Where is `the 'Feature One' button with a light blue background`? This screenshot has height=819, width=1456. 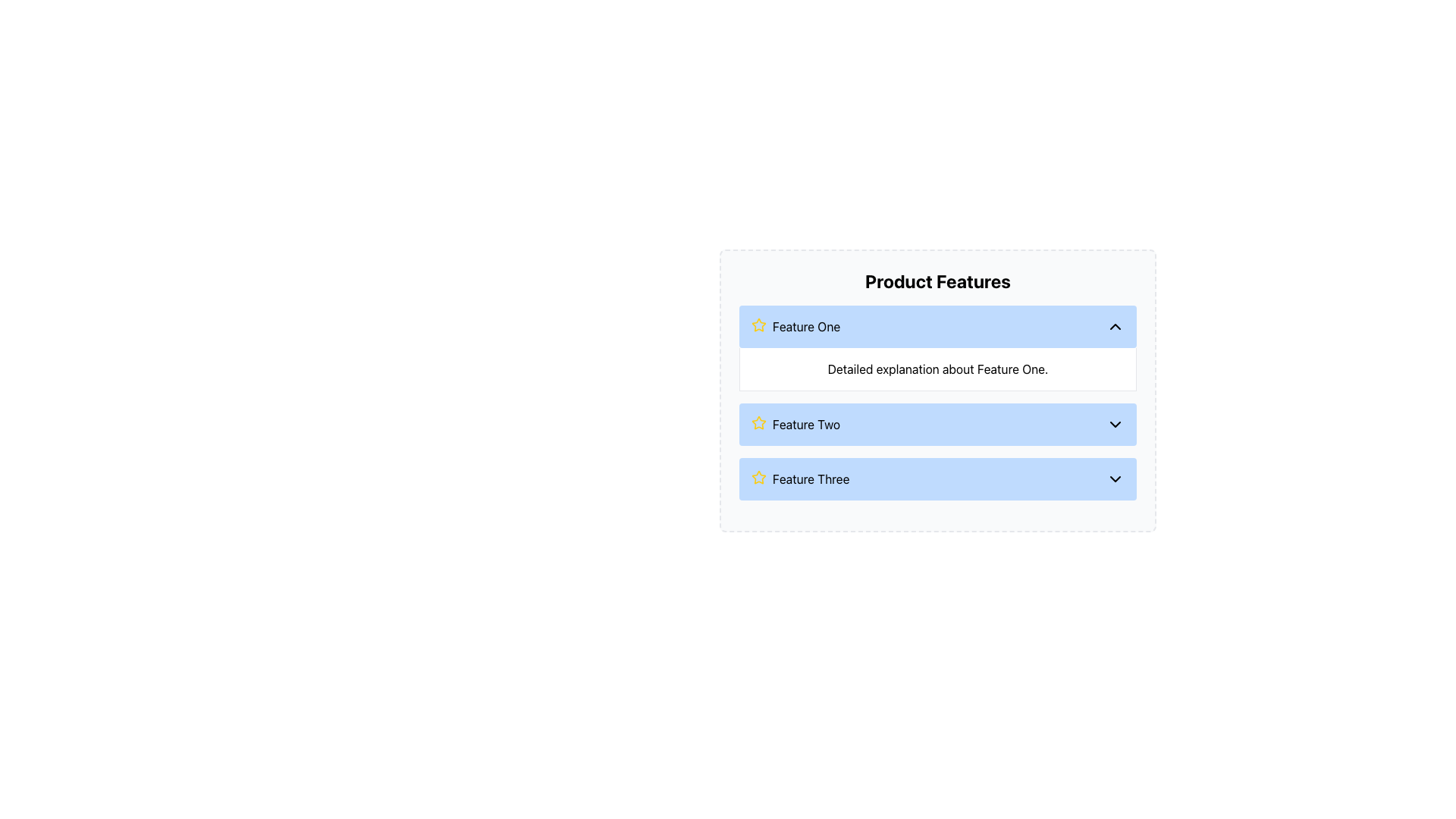
the 'Feature One' button with a light blue background is located at coordinates (937, 326).